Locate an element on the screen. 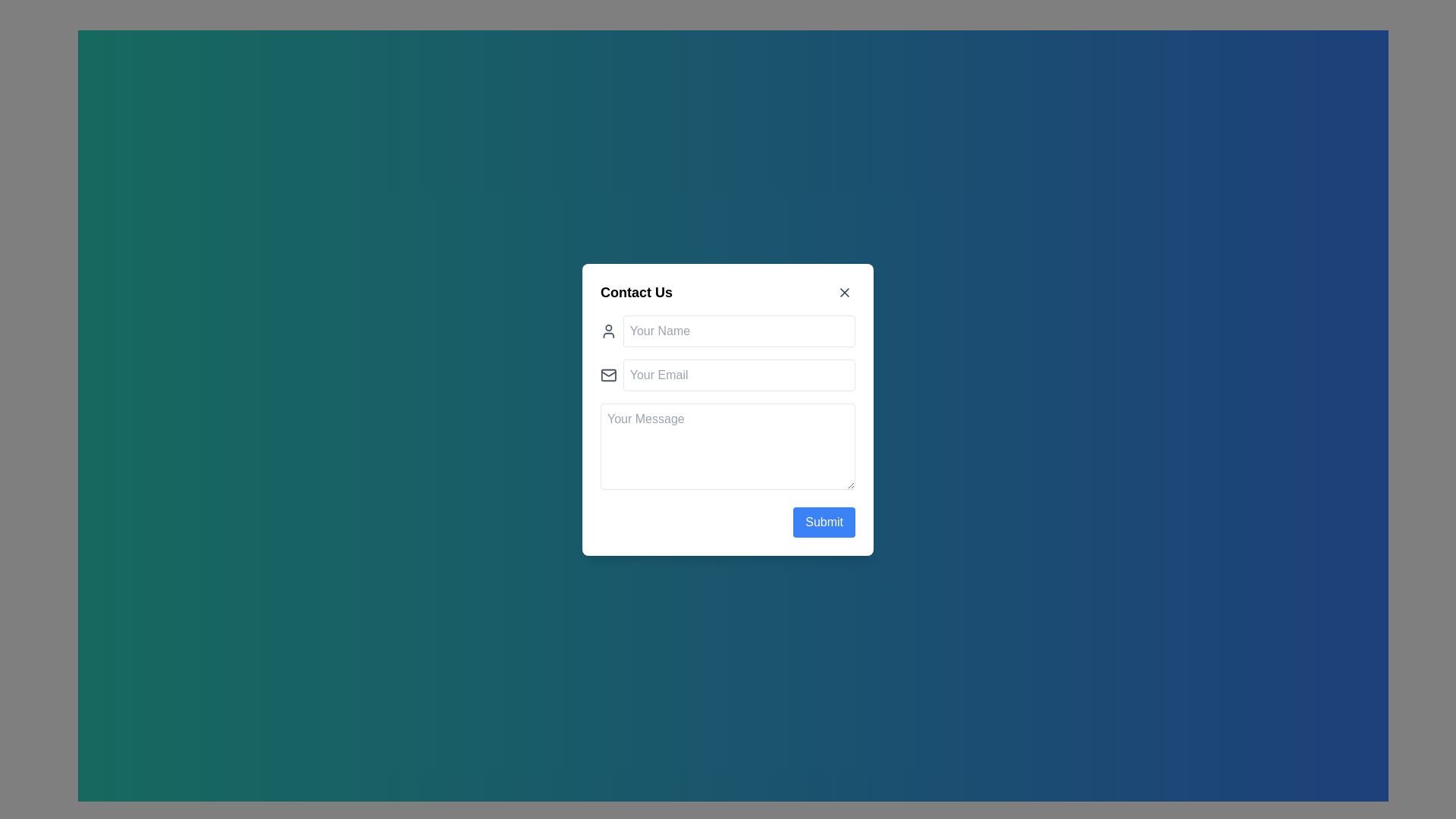  the close icon button located in the top-right corner of the dialog box to observe the hover-style change is located at coordinates (843, 292).